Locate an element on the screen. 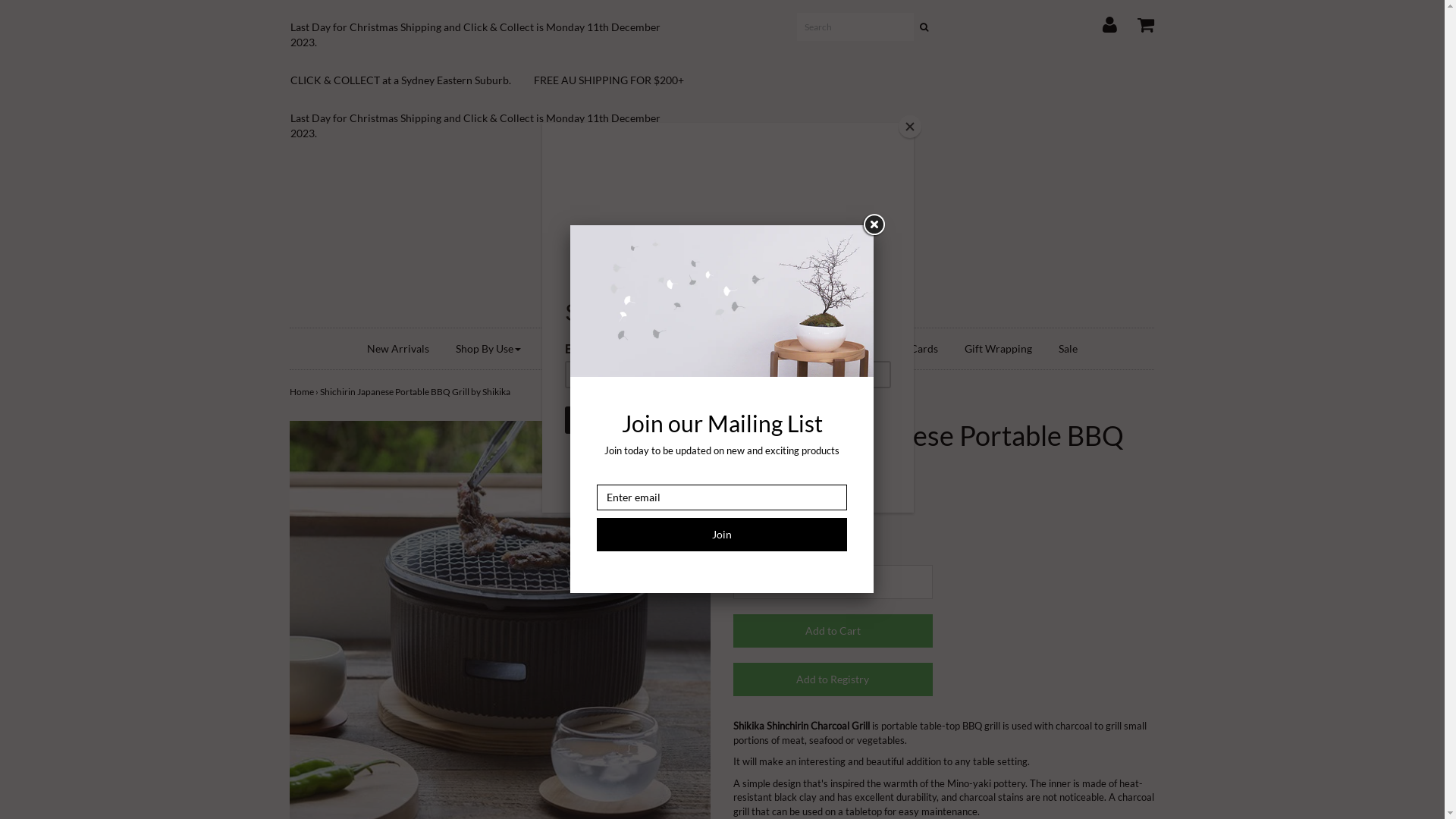 The height and width of the screenshot is (819, 1456). 'Your Cart' is located at coordinates (1136, 20).